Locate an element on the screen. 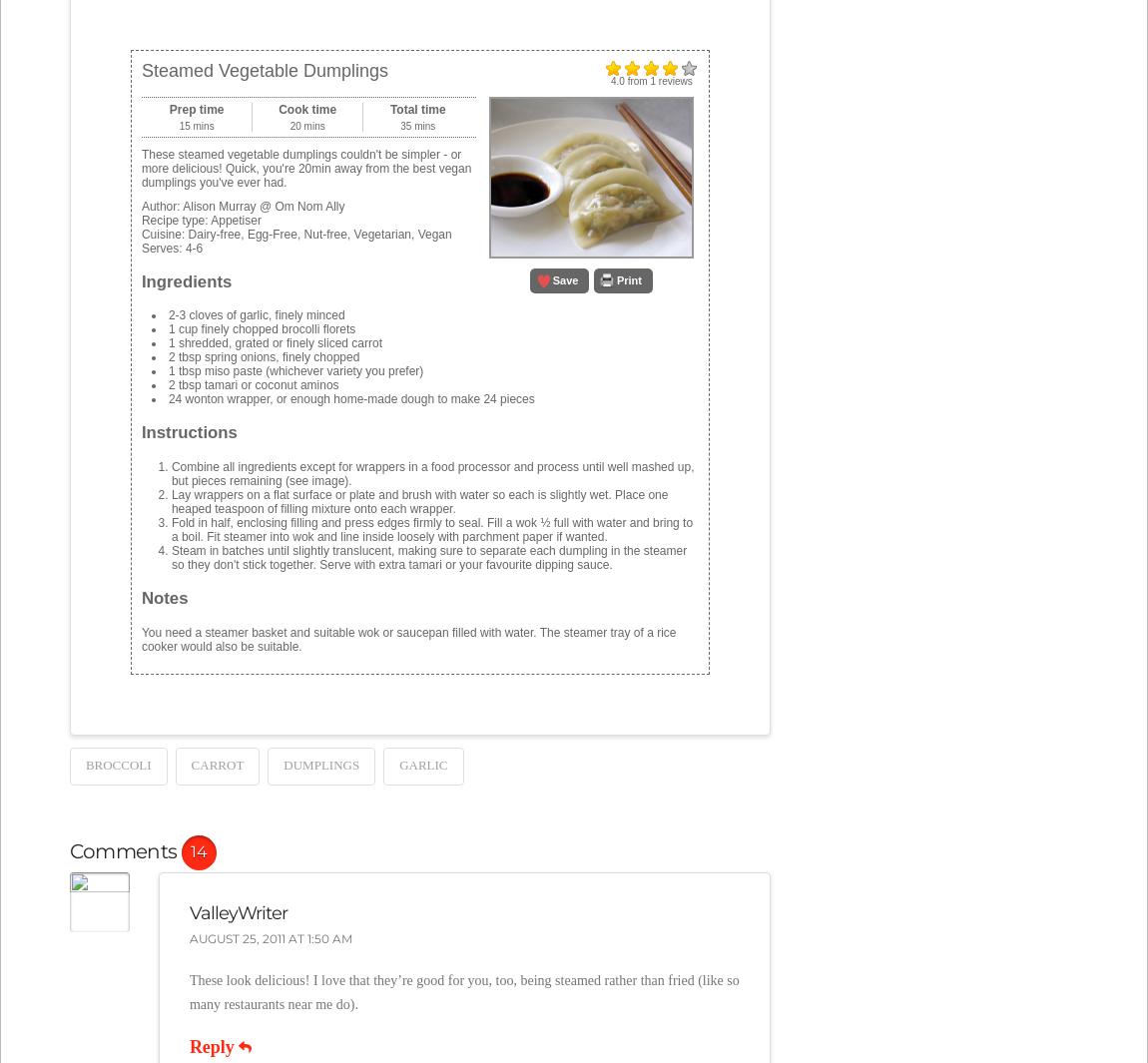 The height and width of the screenshot is (1063, 1148). '2-3 cloves of garlic, finely minced' is located at coordinates (255, 313).